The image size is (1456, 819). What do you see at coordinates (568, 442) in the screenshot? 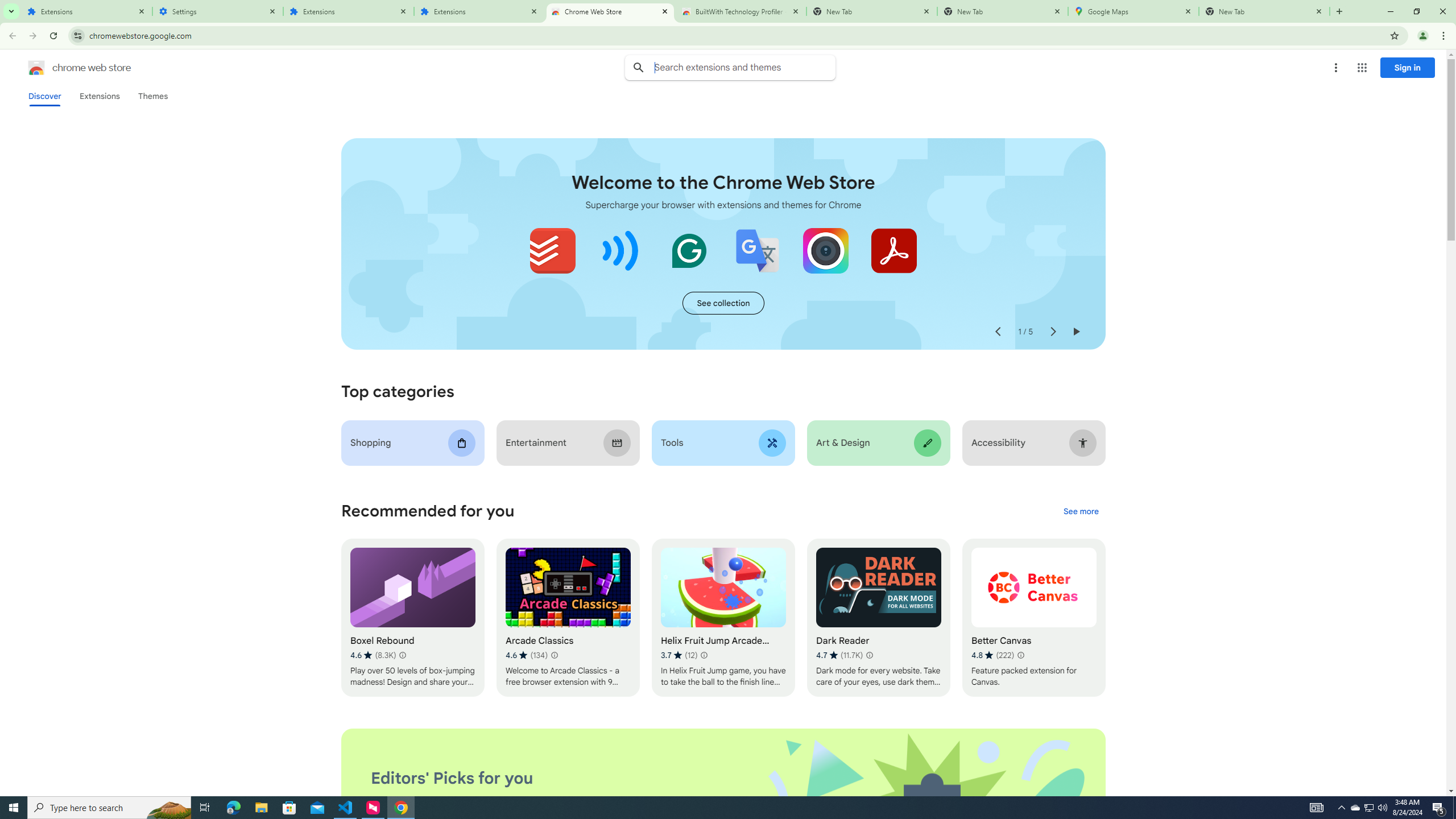
I see `'Entertainment'` at bounding box center [568, 442].